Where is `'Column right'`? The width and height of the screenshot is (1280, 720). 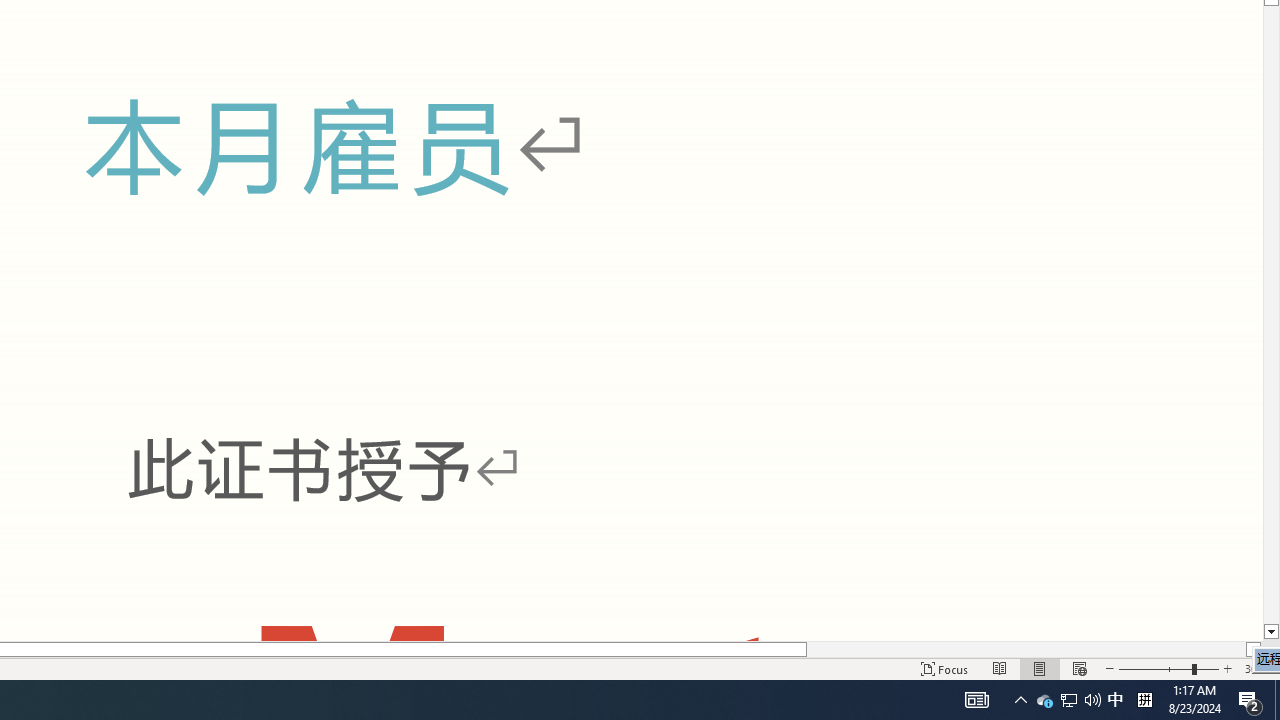 'Column right' is located at coordinates (1253, 649).